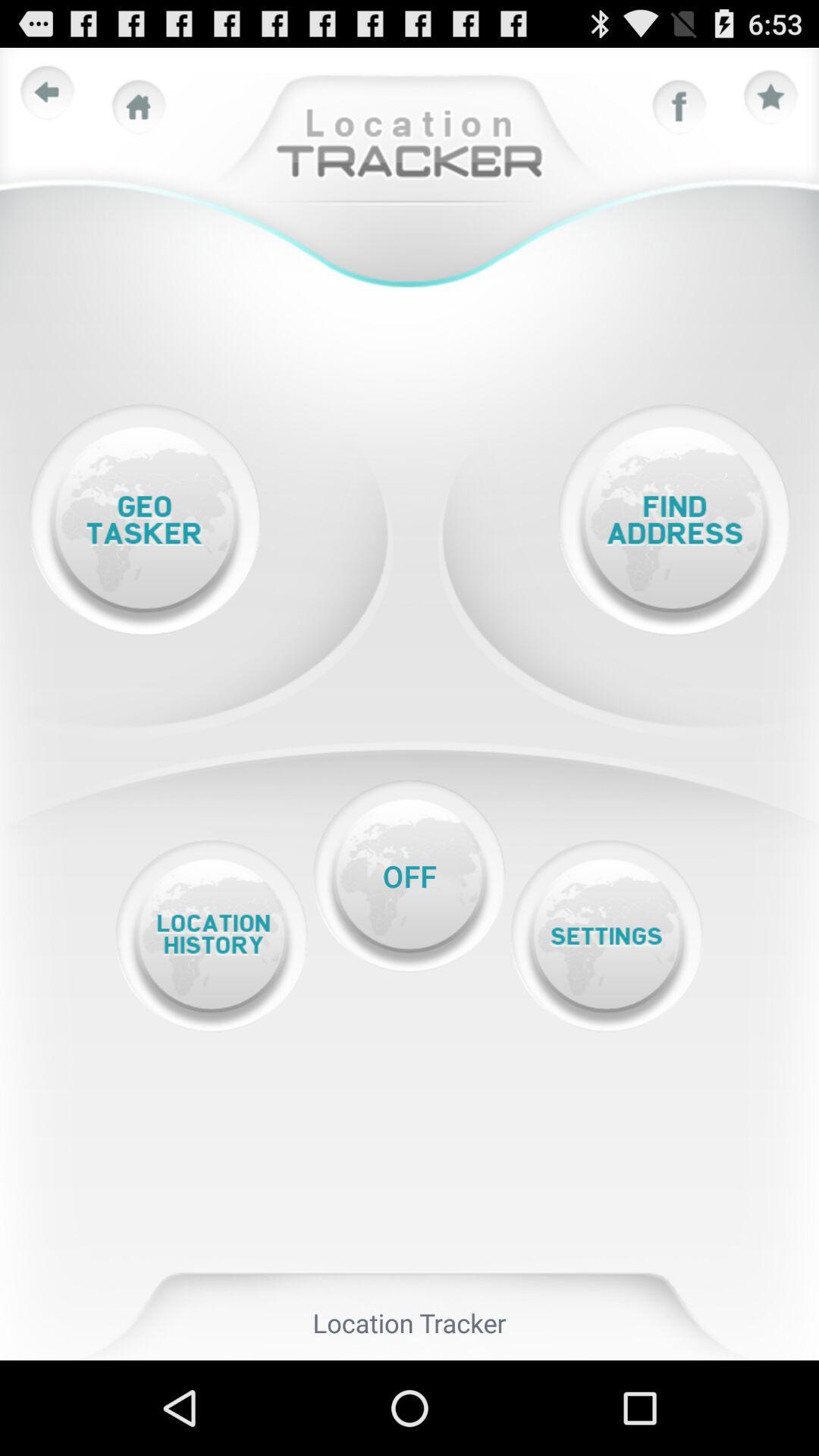 The width and height of the screenshot is (819, 1456). I want to click on favorite, so click(771, 97).